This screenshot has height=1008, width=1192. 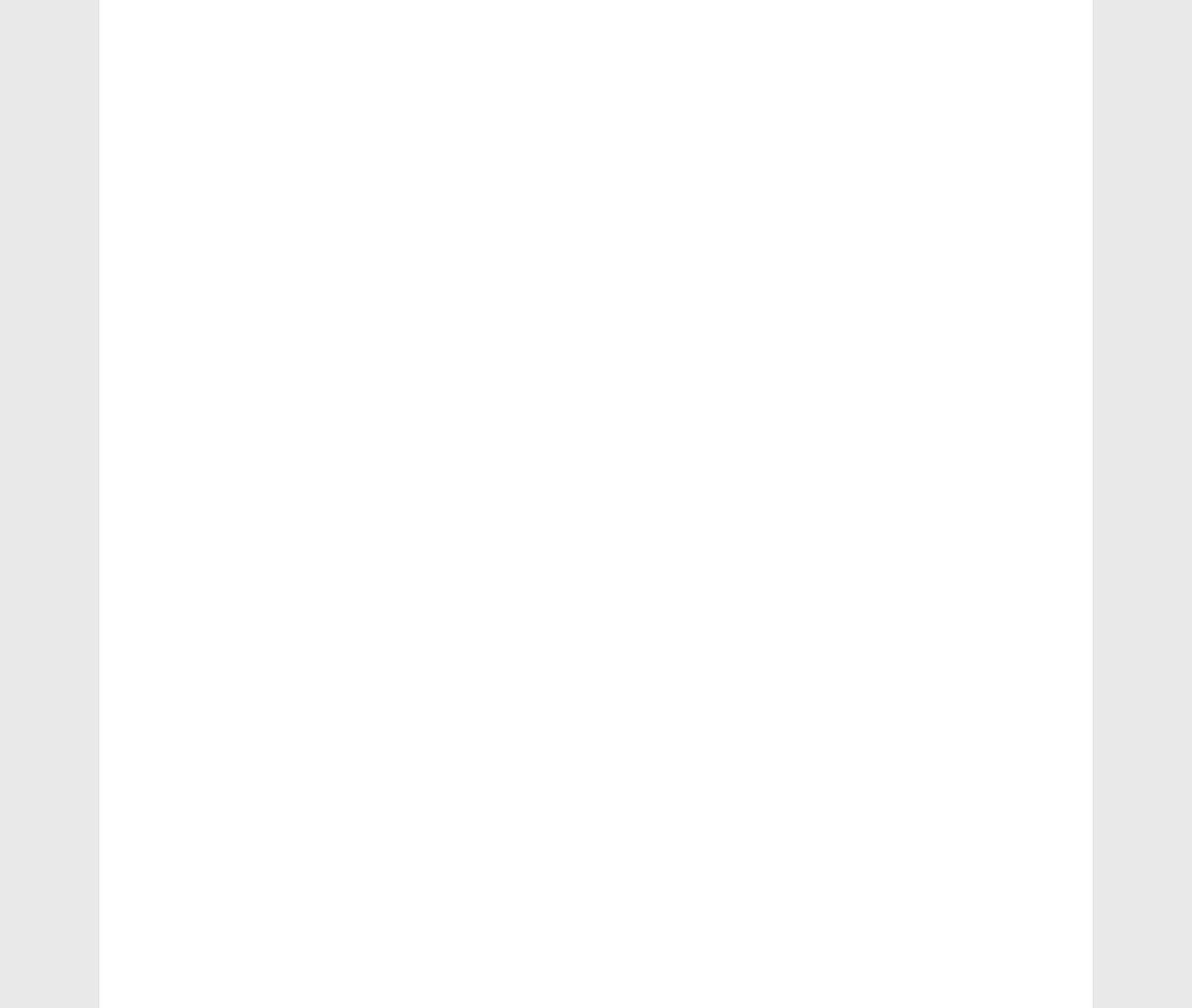 I want to click on 'Google Adsense', so click(x=906, y=867).